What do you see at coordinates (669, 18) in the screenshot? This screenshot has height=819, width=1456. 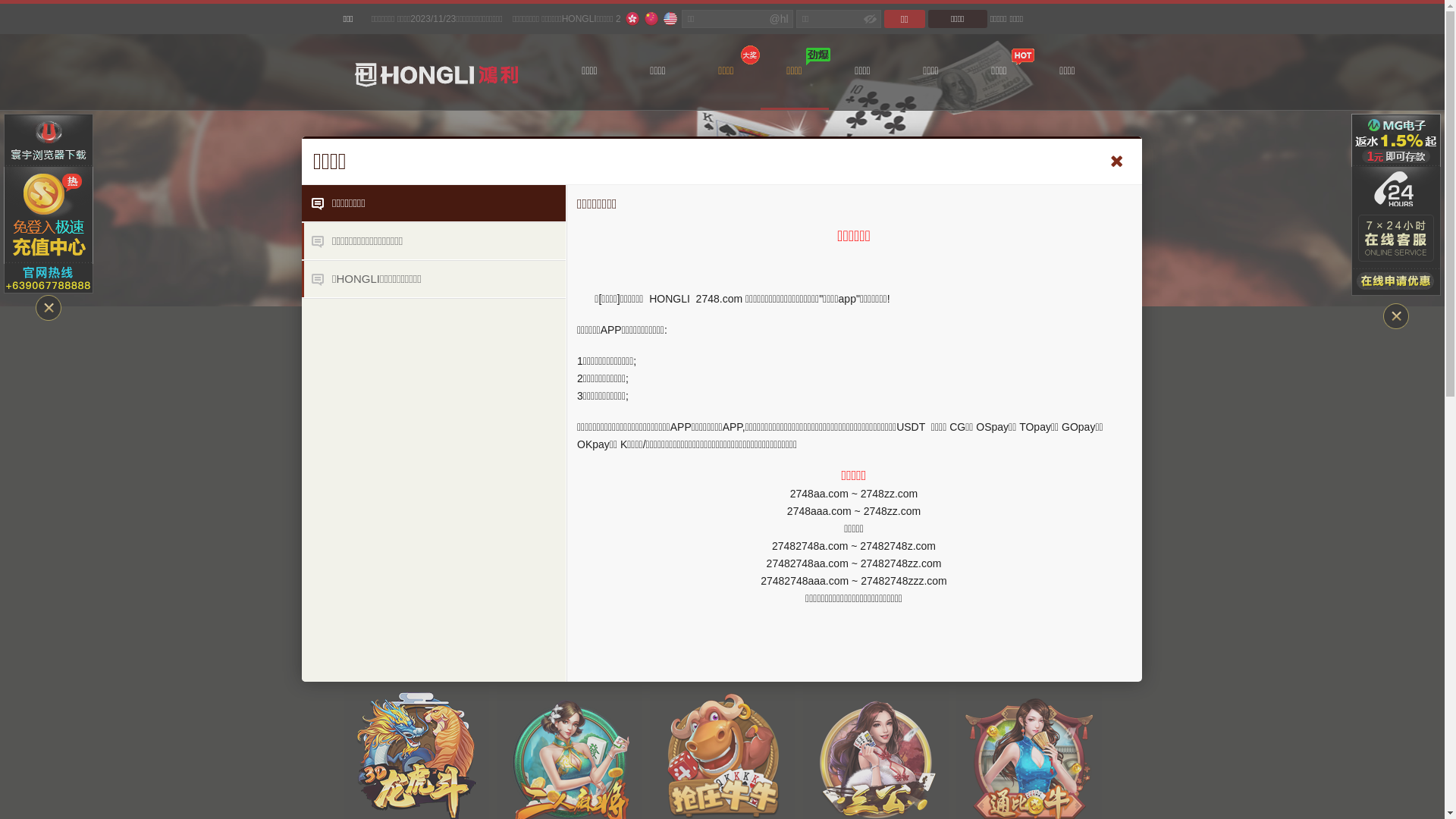 I see `'English'` at bounding box center [669, 18].